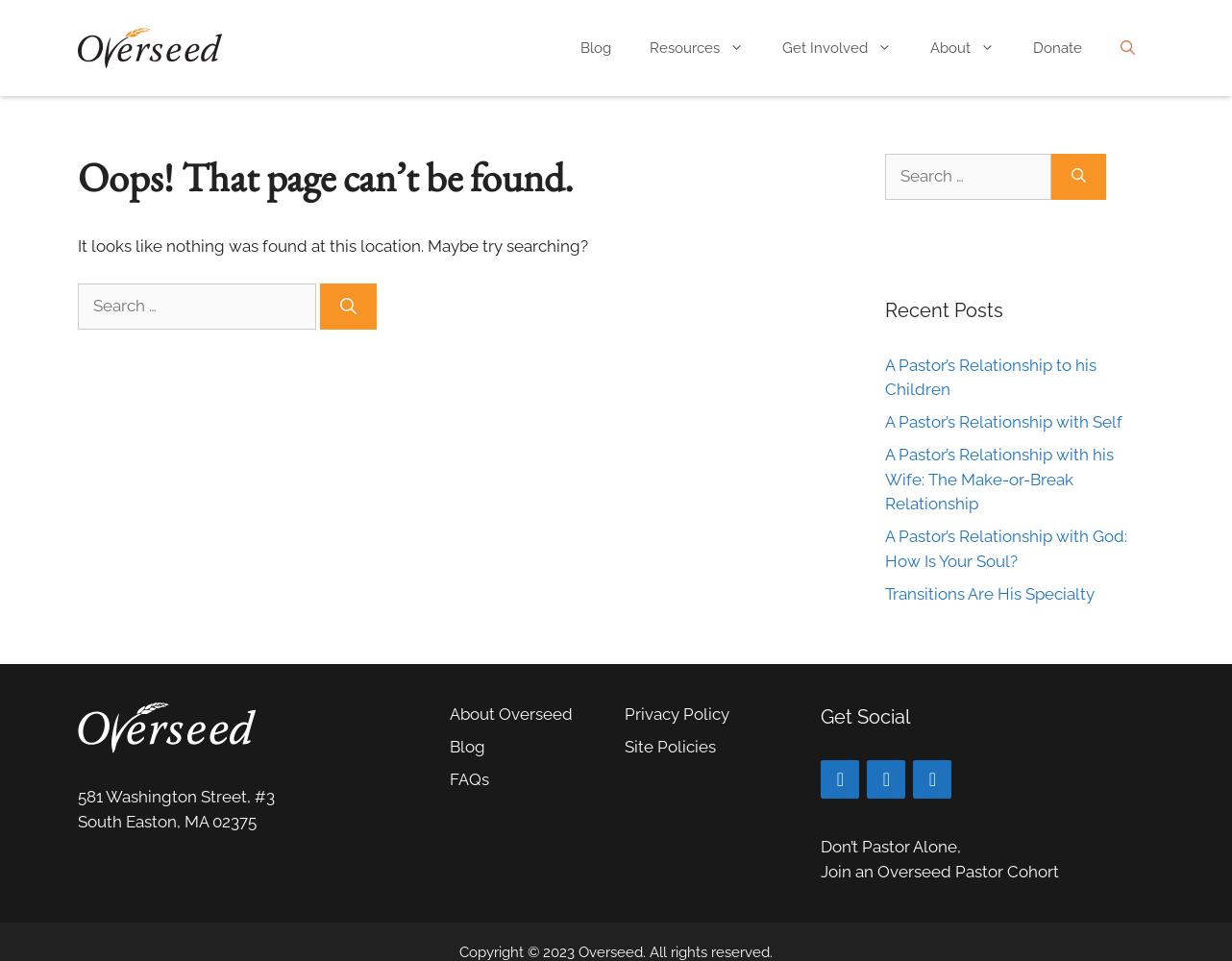 The width and height of the screenshot is (1232, 961). I want to click on 'Recent Posts', so click(884, 308).